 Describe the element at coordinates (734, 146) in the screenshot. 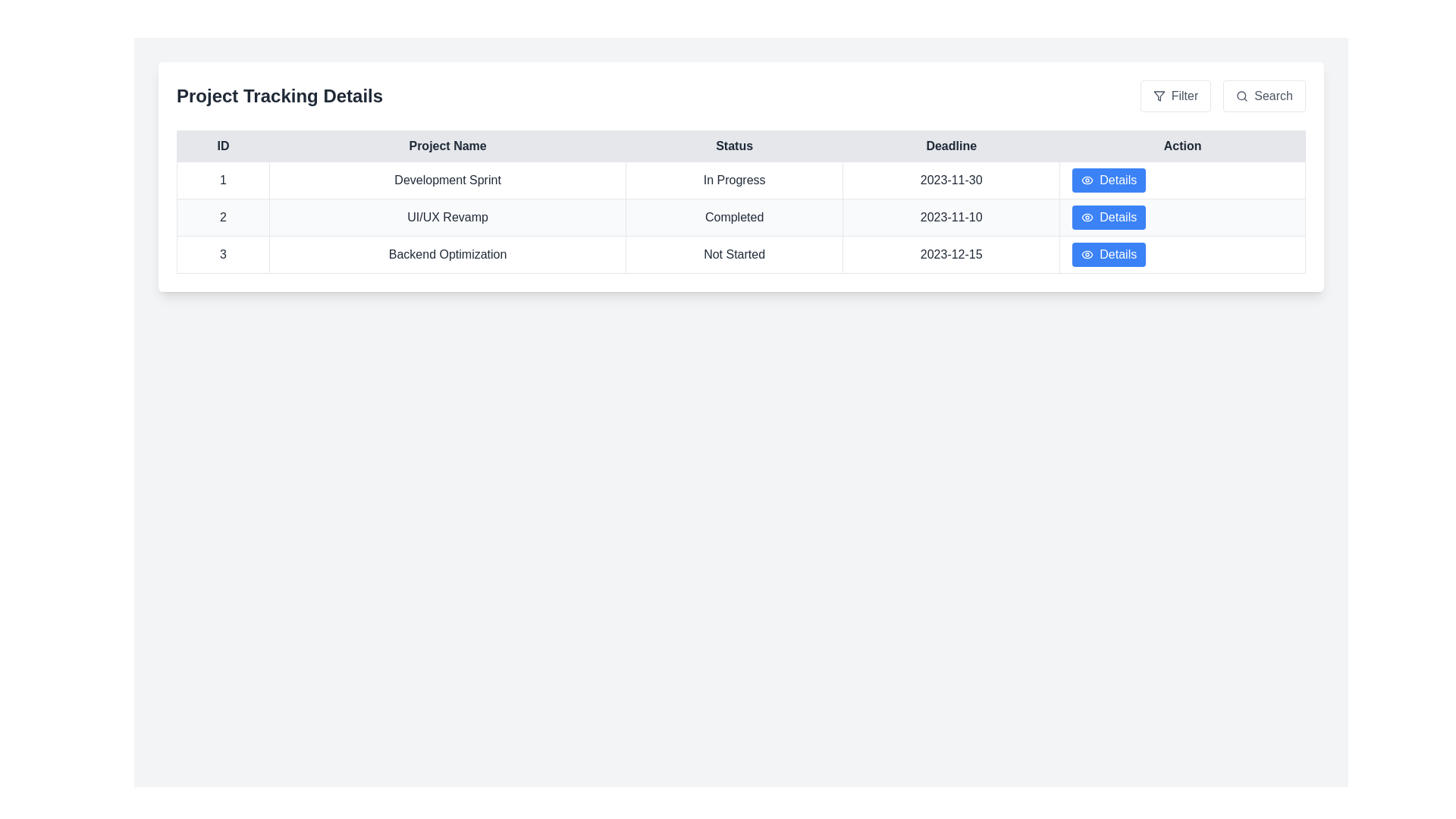

I see `the 'Status' table column header, which is the third header in a data table with five headers: 'ID', 'Project Name', 'Status', 'Deadline', and 'Action'. It features bold, center-aligned text and is located at the top of the table` at that location.